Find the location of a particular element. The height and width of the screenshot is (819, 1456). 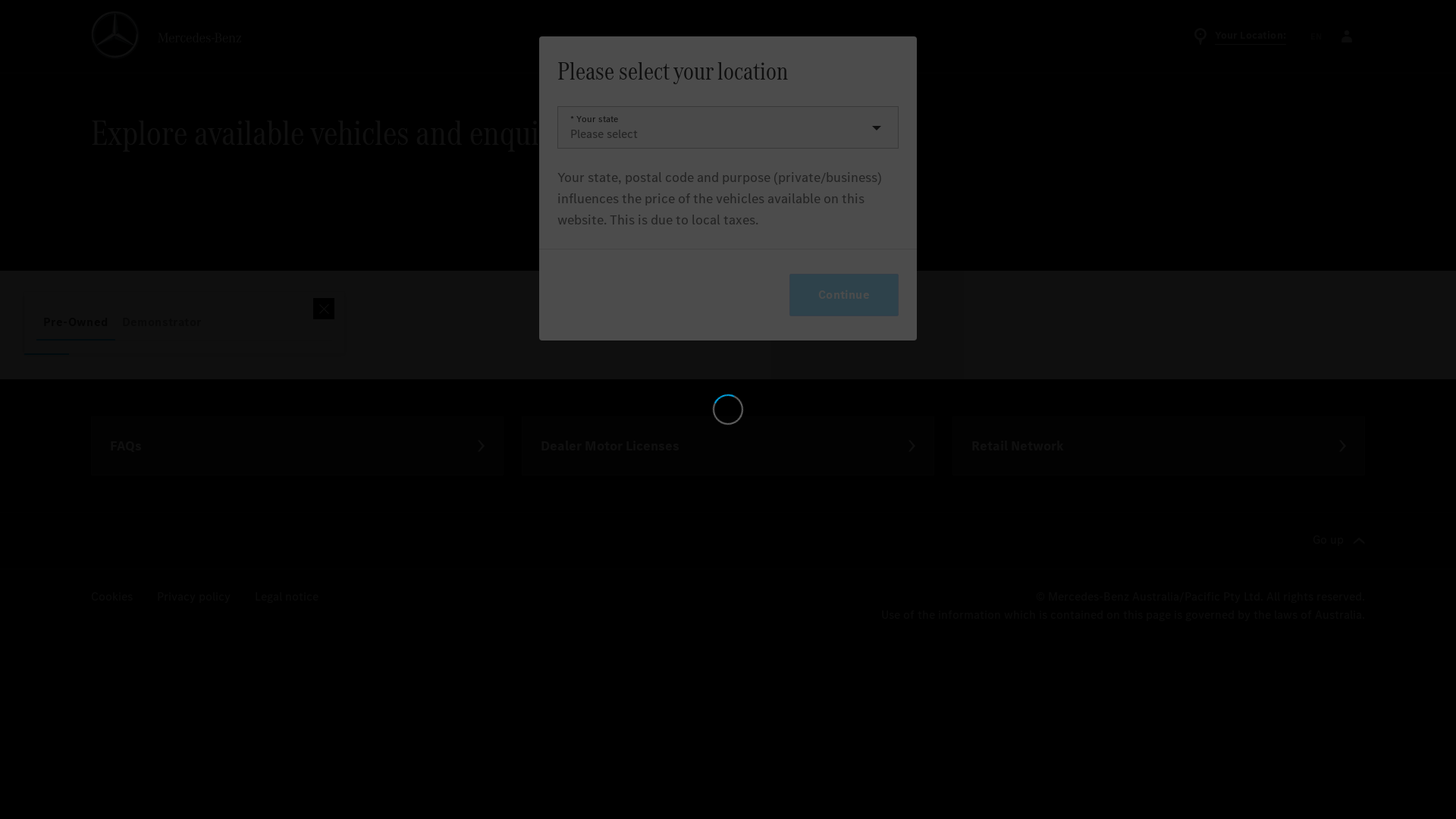

'EN' is located at coordinates (1316, 35).